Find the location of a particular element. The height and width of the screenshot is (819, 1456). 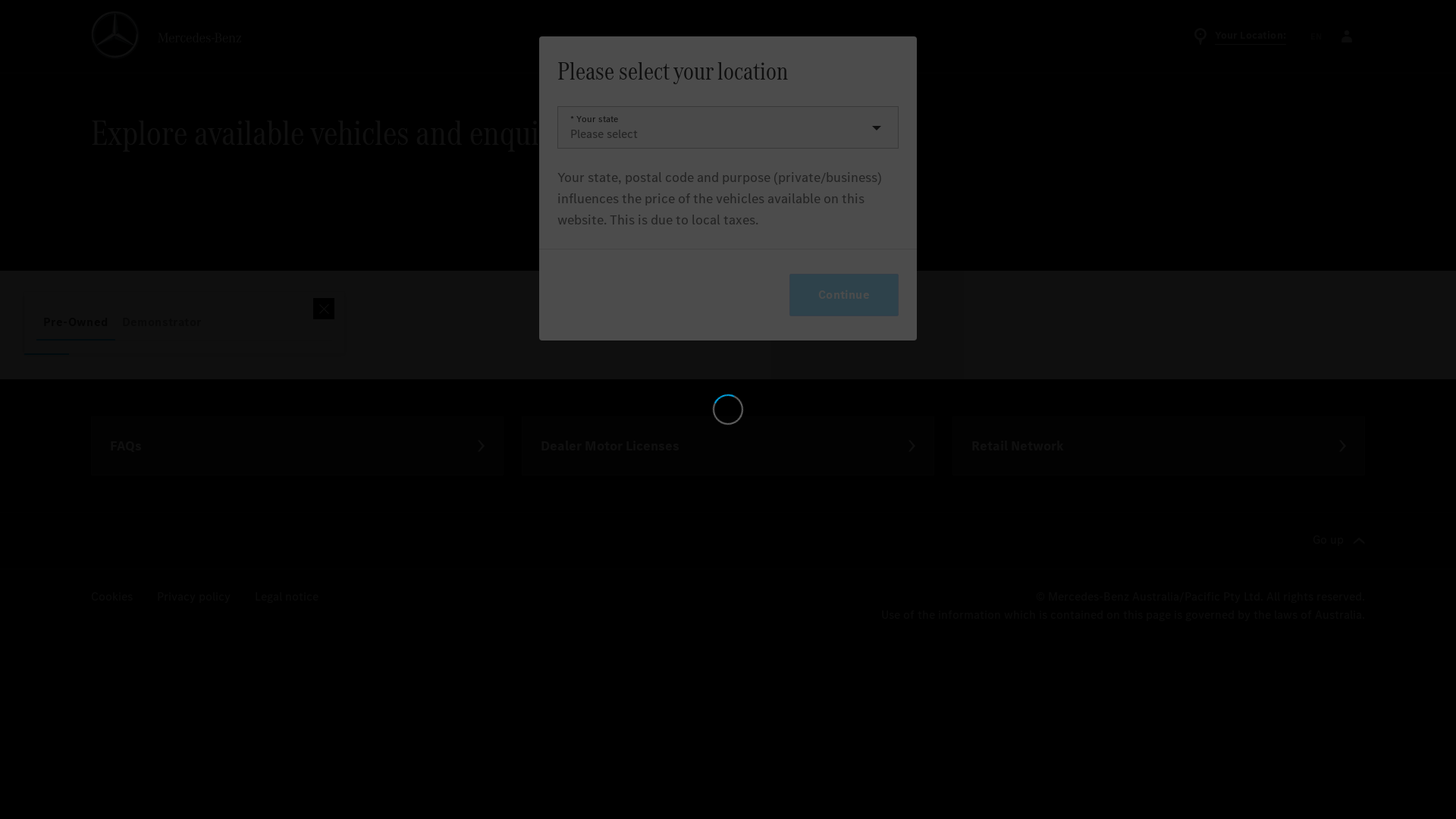

'EN' is located at coordinates (1316, 35).